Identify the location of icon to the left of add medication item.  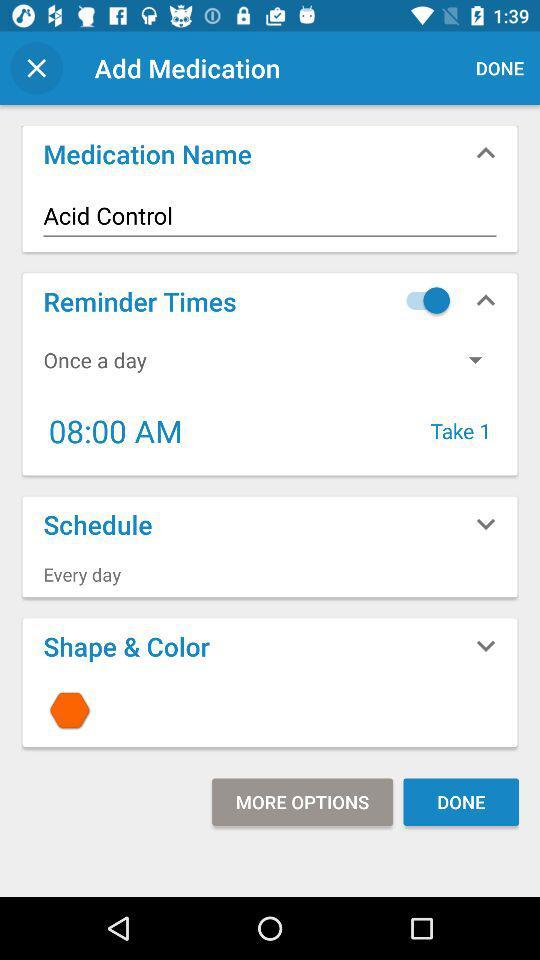
(36, 68).